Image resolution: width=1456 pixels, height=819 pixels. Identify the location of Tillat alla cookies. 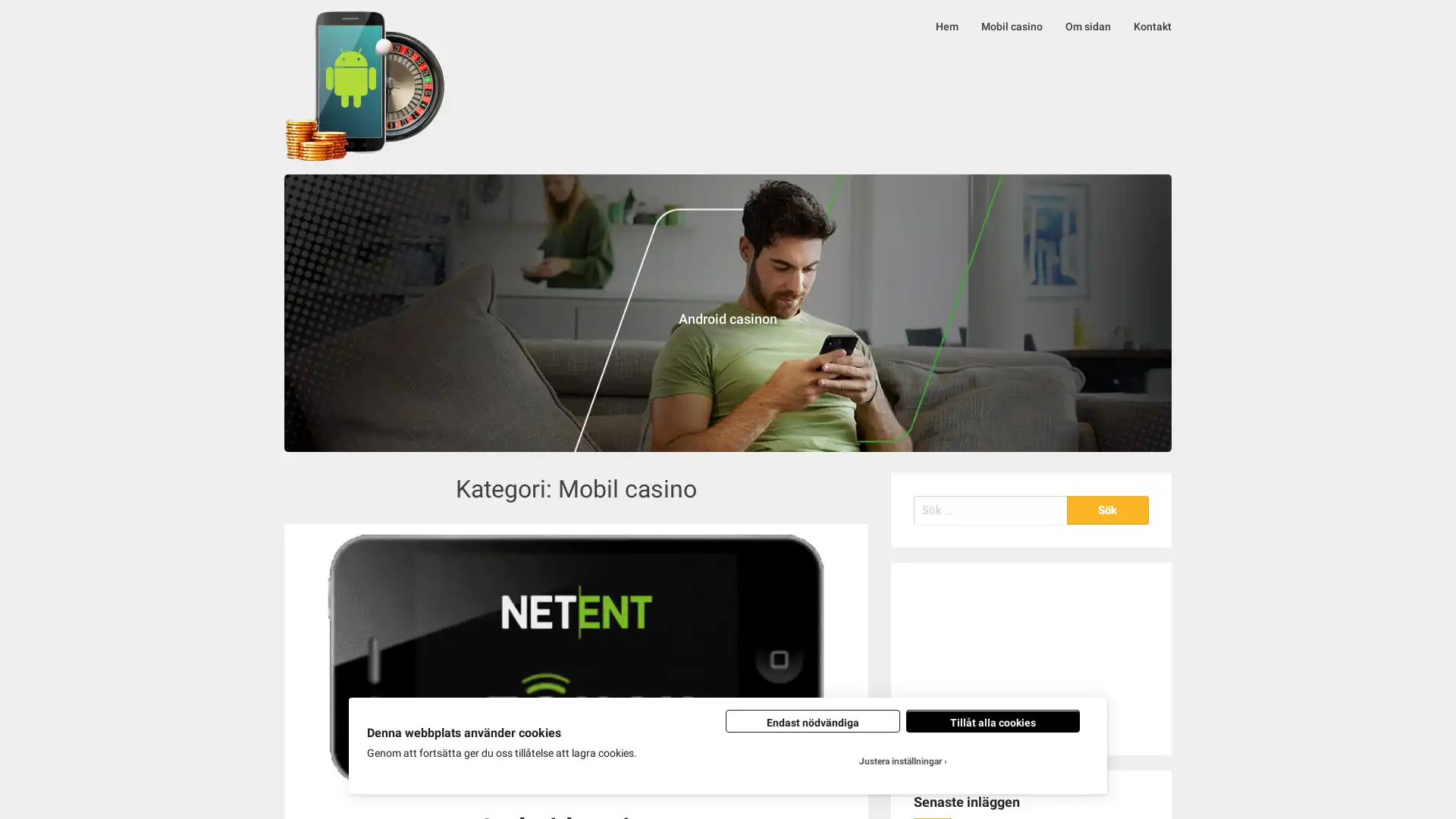
(993, 720).